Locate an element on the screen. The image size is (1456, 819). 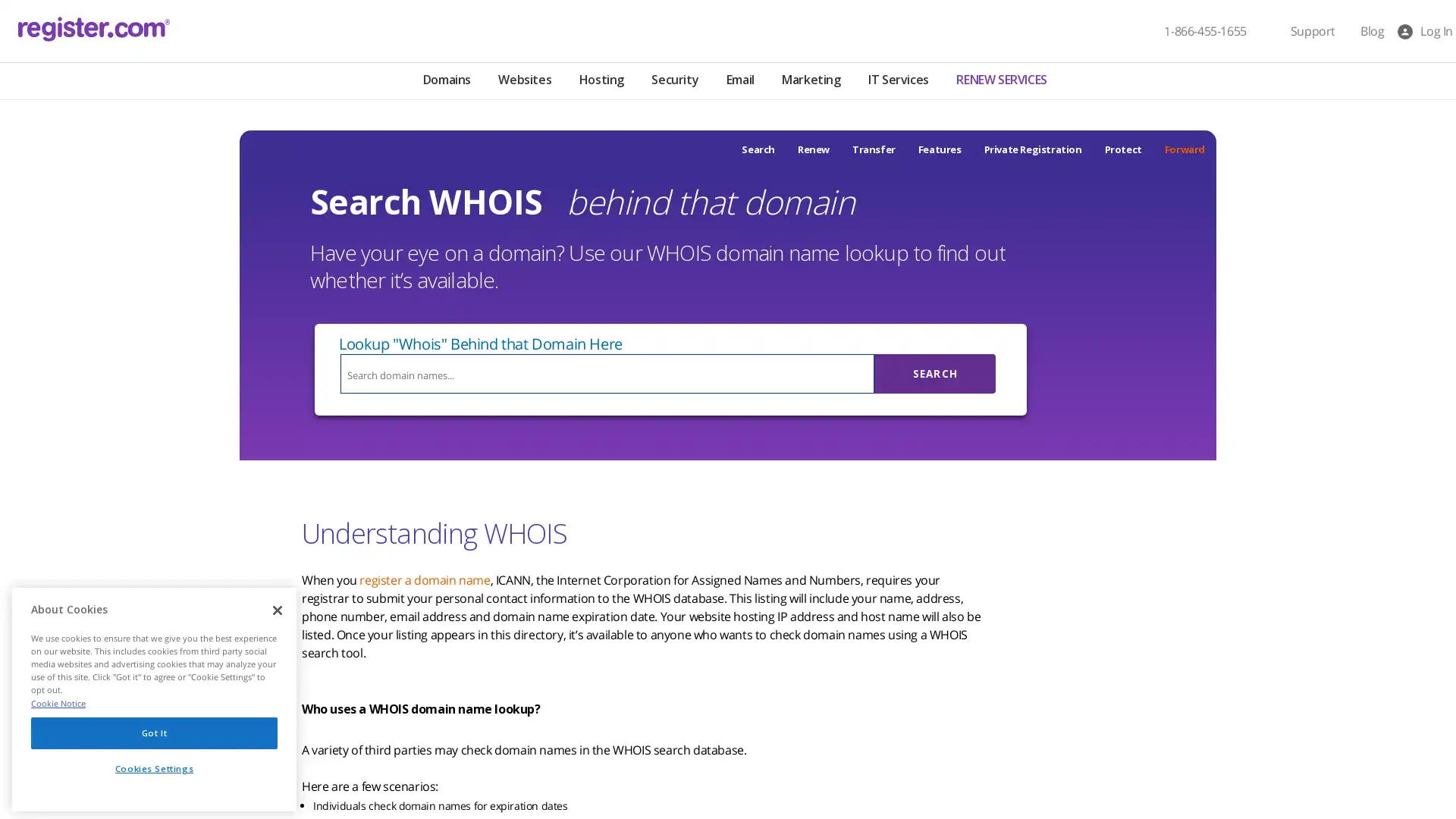
Search is located at coordinates (934, 374).